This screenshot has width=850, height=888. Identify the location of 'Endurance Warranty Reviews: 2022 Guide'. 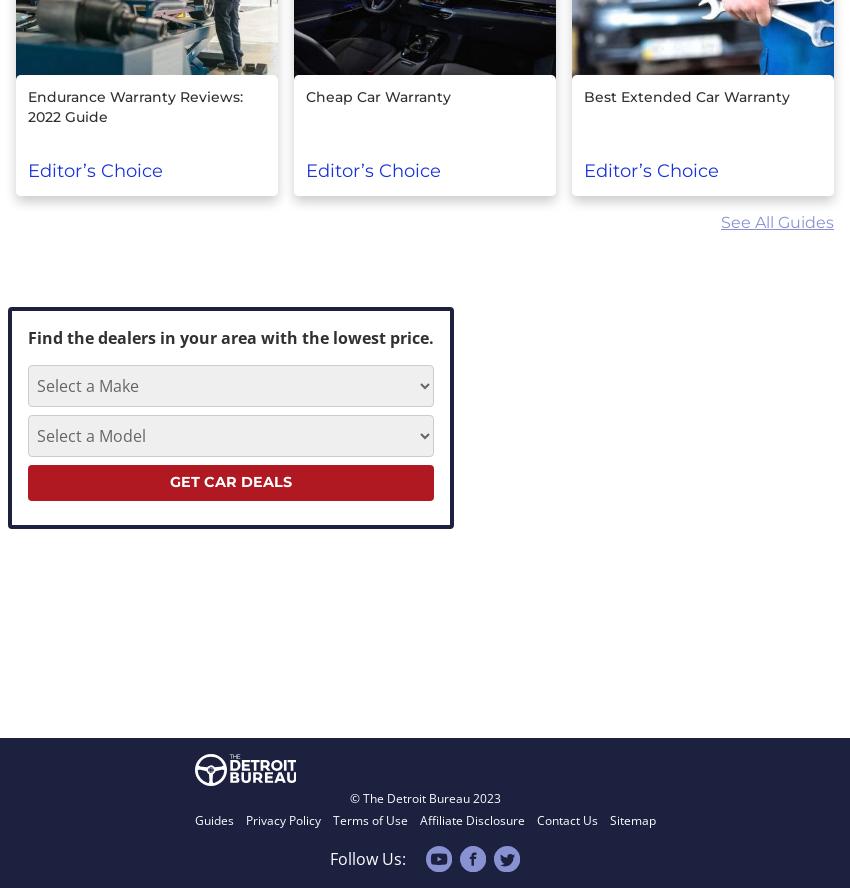
(26, 106).